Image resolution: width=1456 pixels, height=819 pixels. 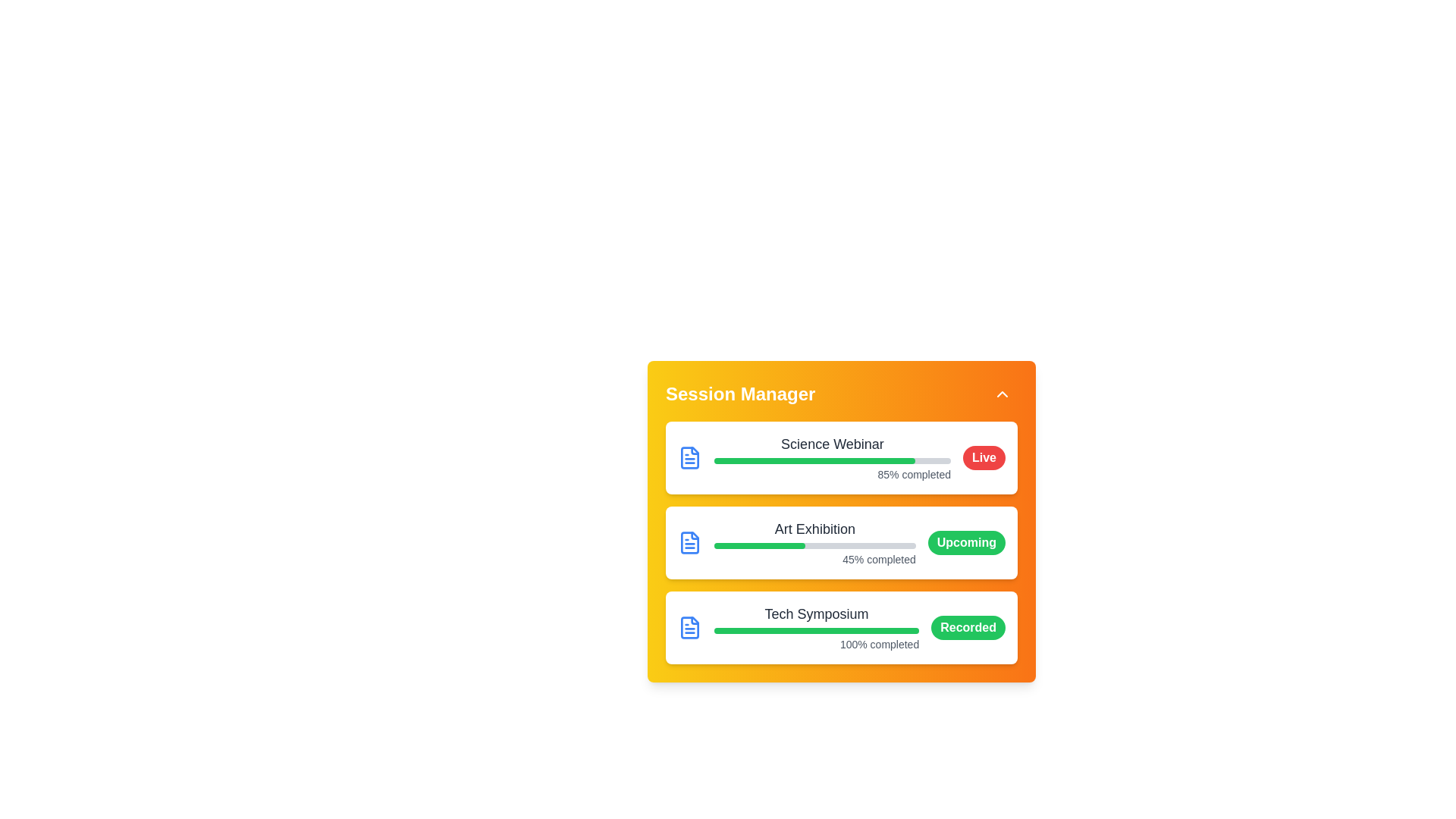 What do you see at coordinates (740, 394) in the screenshot?
I see `the text label displaying 'Session Manager', which is styled in white bold font on an orange gradient background, located at the top left of the orange card component` at bounding box center [740, 394].